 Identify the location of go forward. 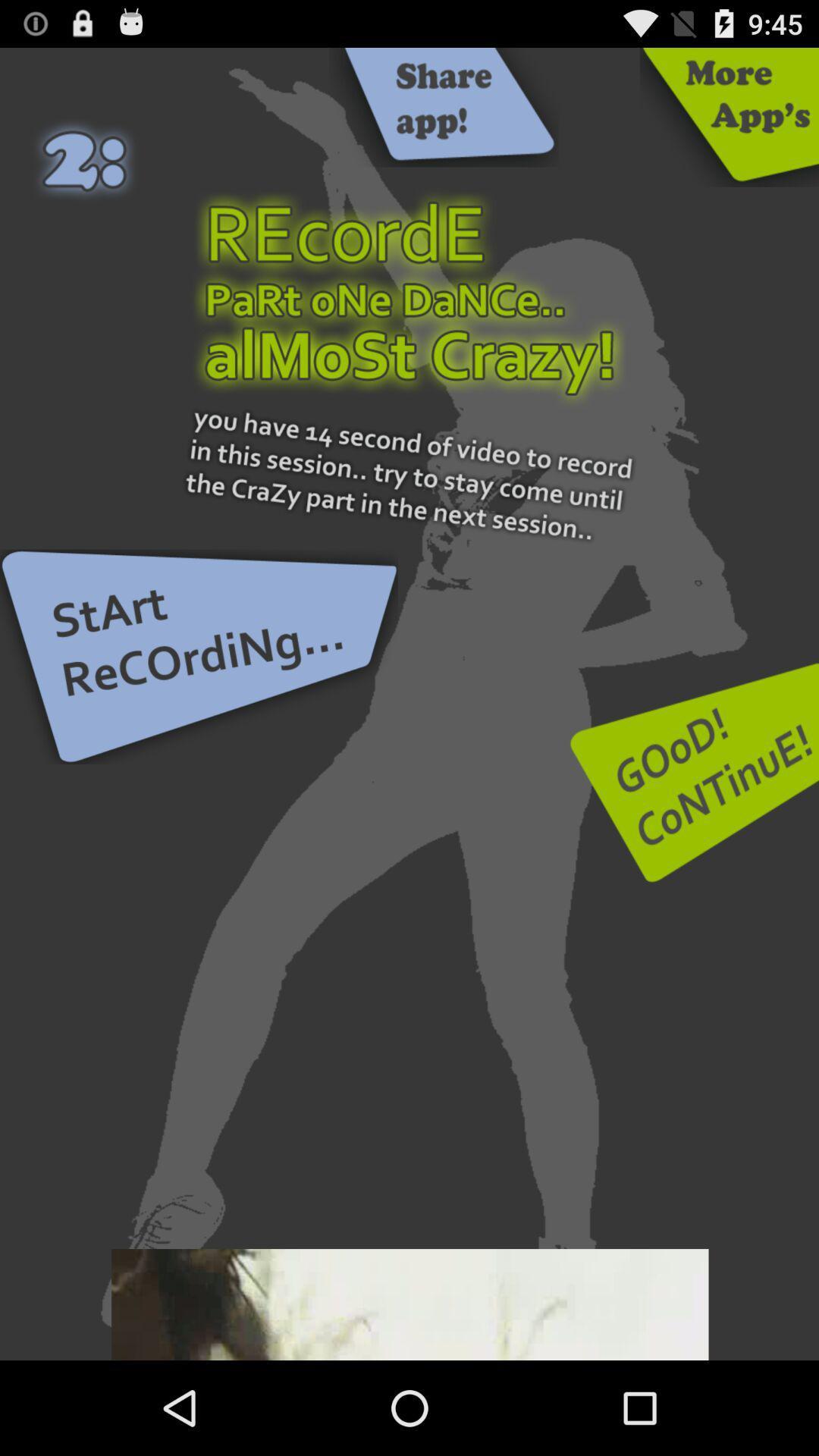
(694, 772).